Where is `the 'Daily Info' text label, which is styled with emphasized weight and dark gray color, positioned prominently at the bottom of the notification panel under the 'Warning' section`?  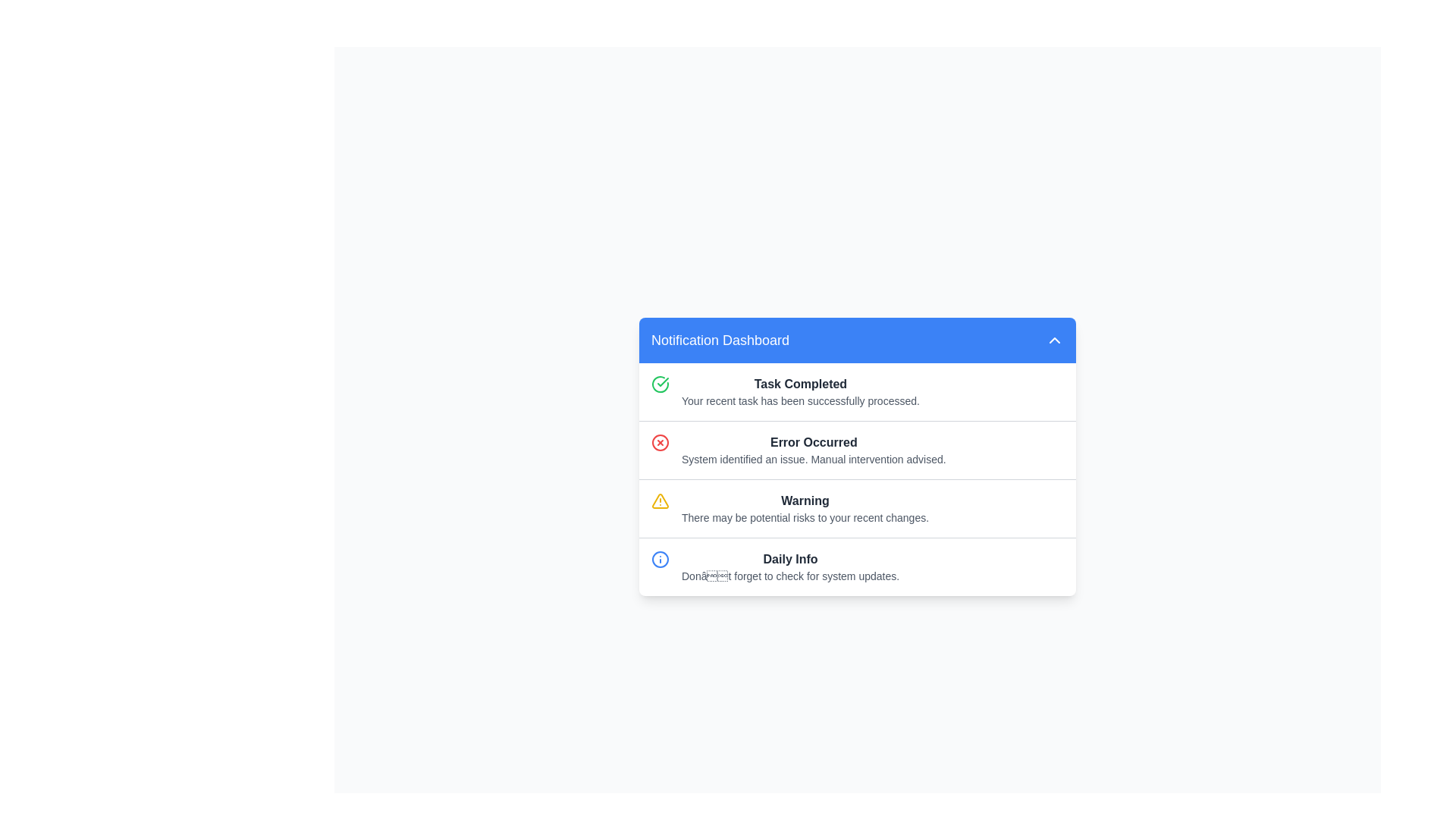
the 'Daily Info' text label, which is styled with emphasized weight and dark gray color, positioned prominently at the bottom of the notification panel under the 'Warning' section is located at coordinates (789, 559).